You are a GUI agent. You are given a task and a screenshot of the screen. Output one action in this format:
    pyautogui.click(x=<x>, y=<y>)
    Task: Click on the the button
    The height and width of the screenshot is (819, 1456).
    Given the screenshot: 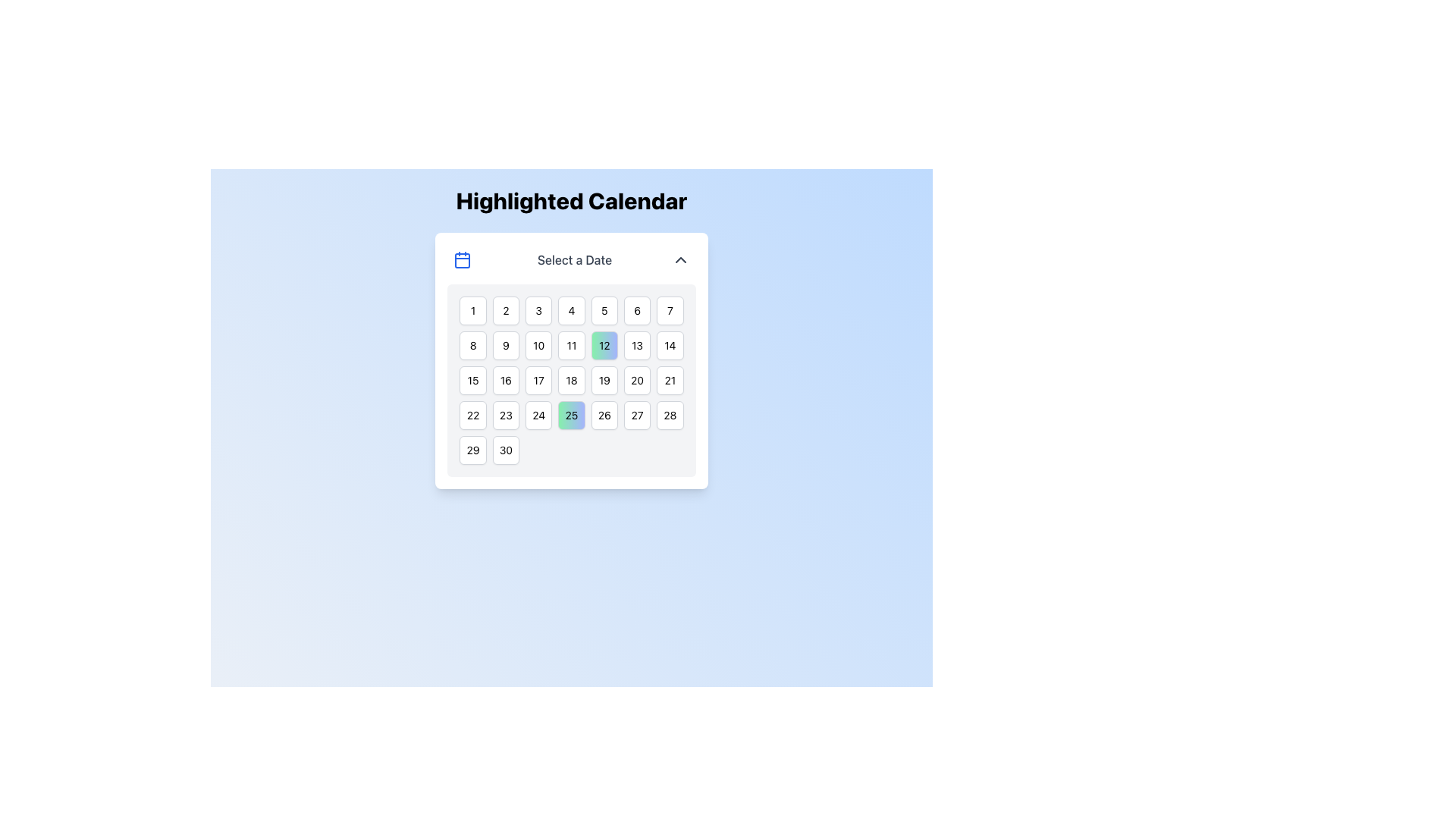 What is the action you would take?
    pyautogui.click(x=472, y=450)
    